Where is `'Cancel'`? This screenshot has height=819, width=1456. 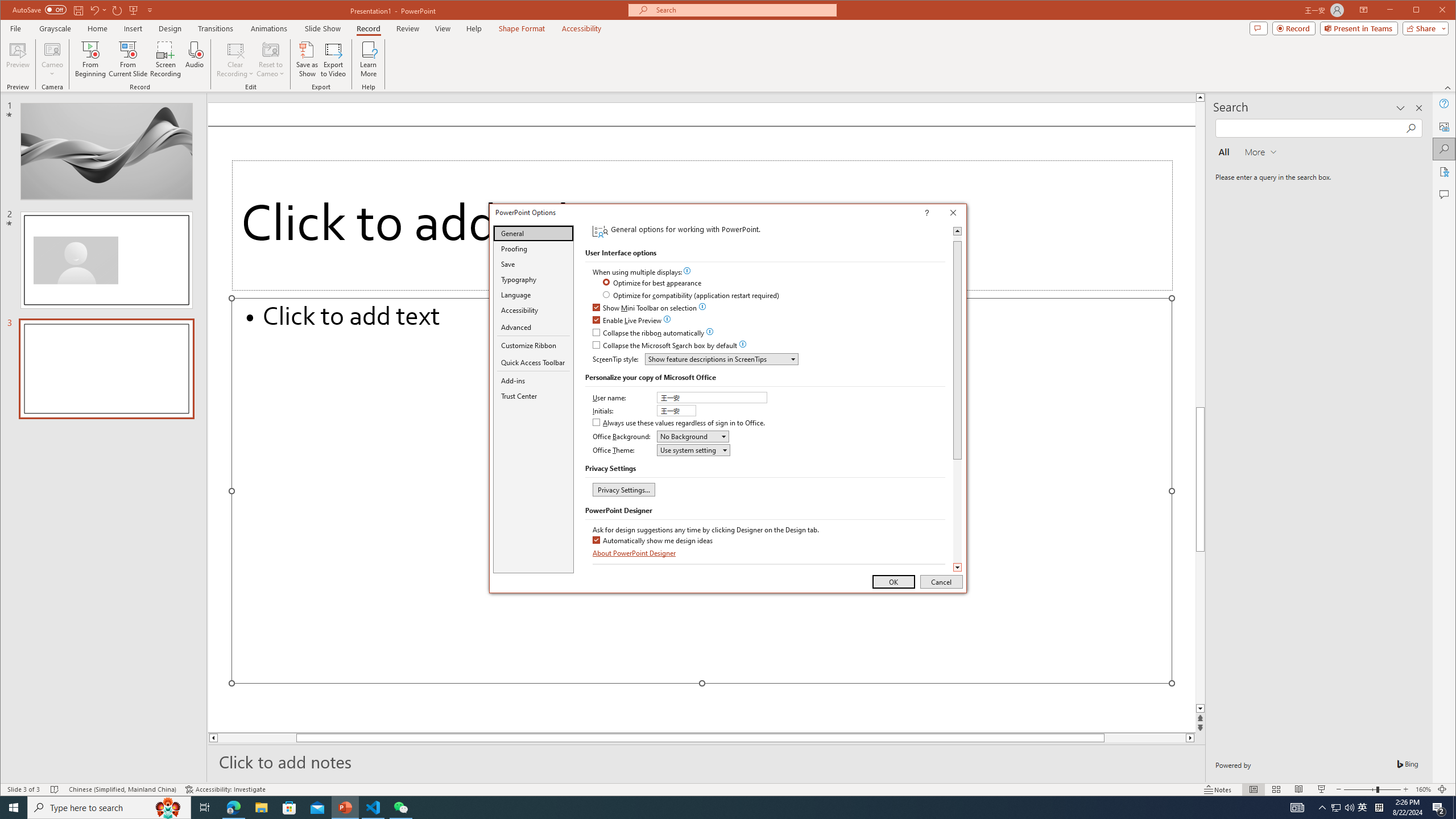 'Cancel' is located at coordinates (941, 581).